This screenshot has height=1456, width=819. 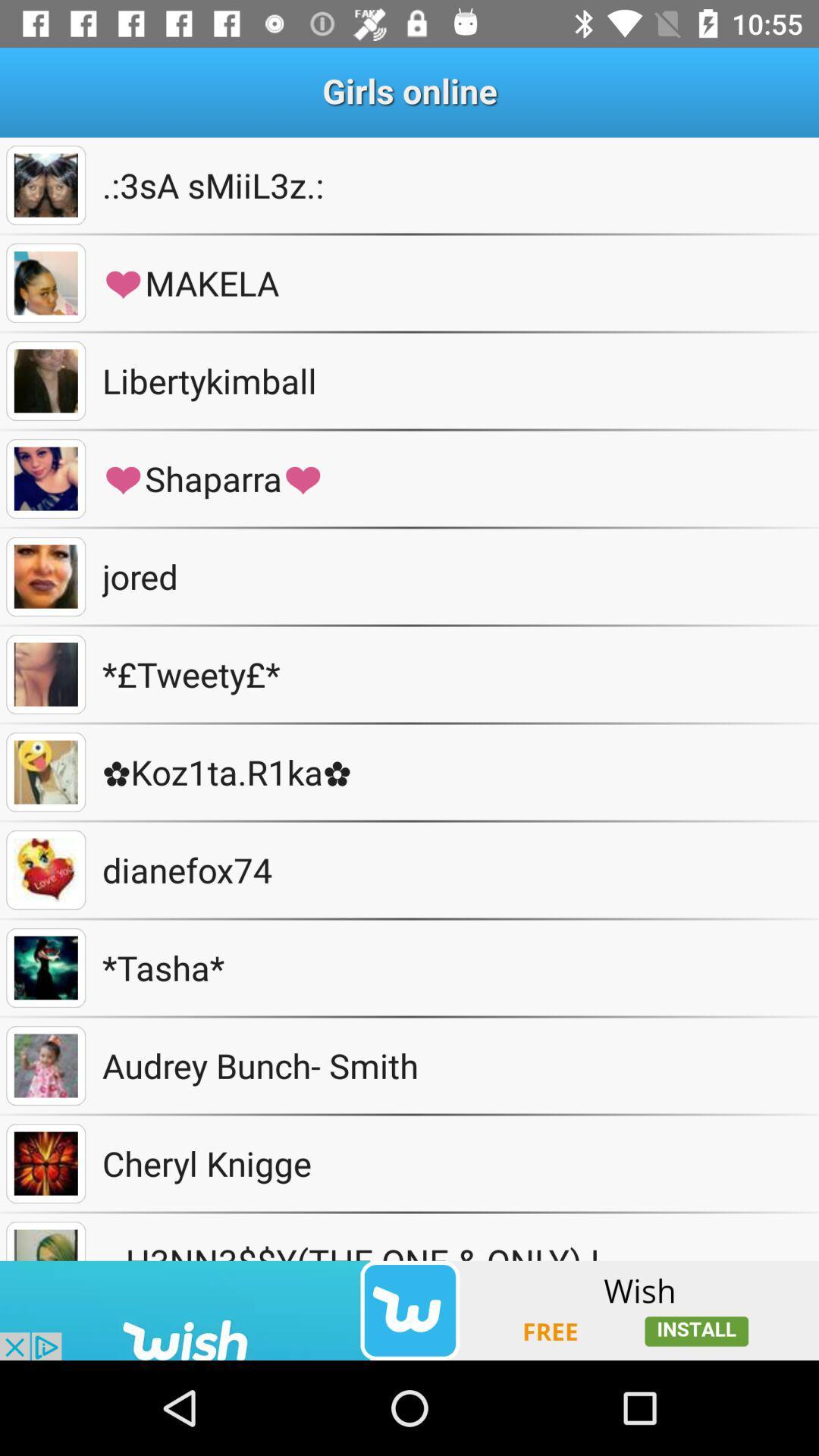 I want to click on profile image, so click(x=45, y=381).